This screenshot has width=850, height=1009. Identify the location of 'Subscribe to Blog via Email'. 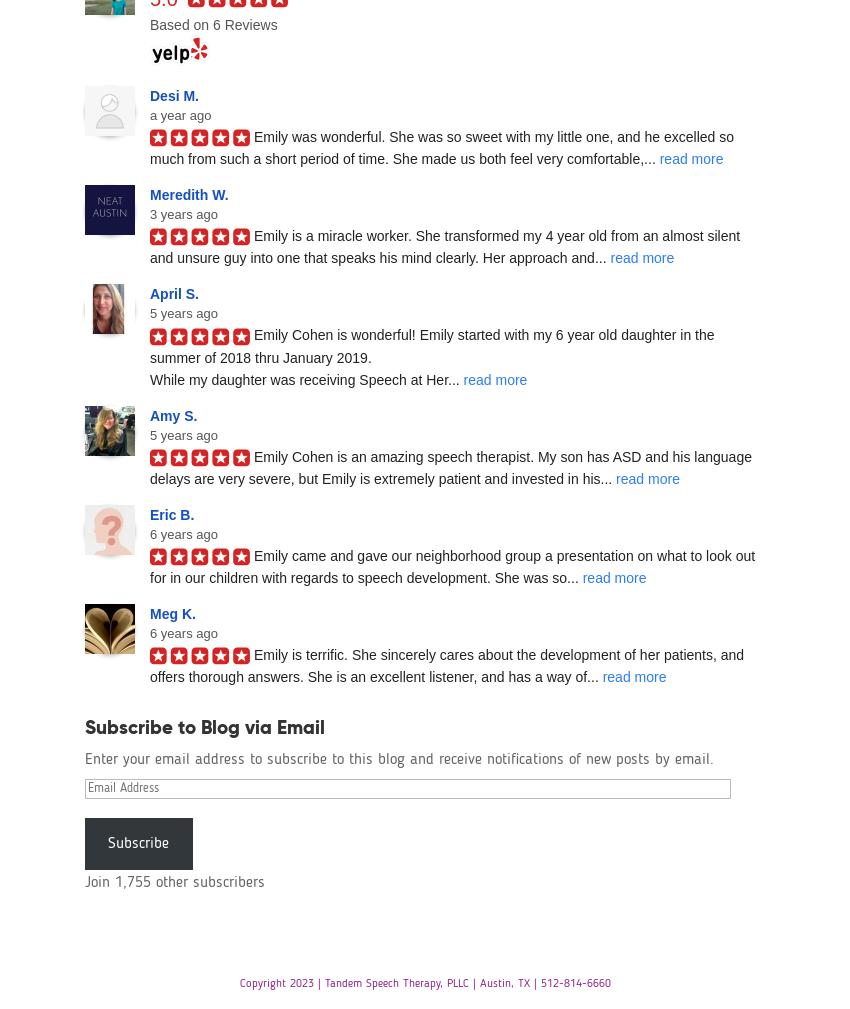
(204, 727).